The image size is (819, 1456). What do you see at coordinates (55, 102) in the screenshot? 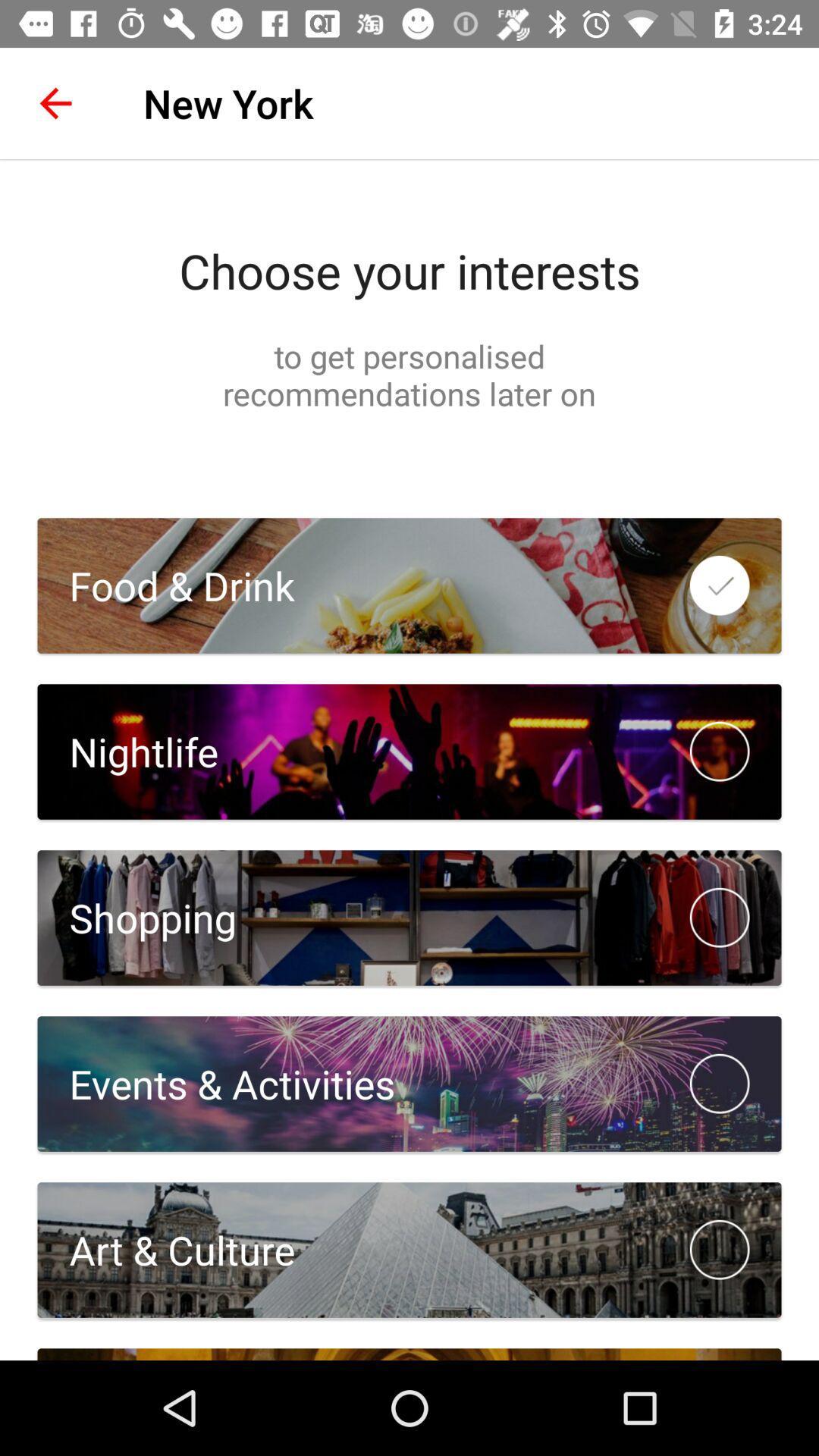
I see `icon next to the new york` at bounding box center [55, 102].